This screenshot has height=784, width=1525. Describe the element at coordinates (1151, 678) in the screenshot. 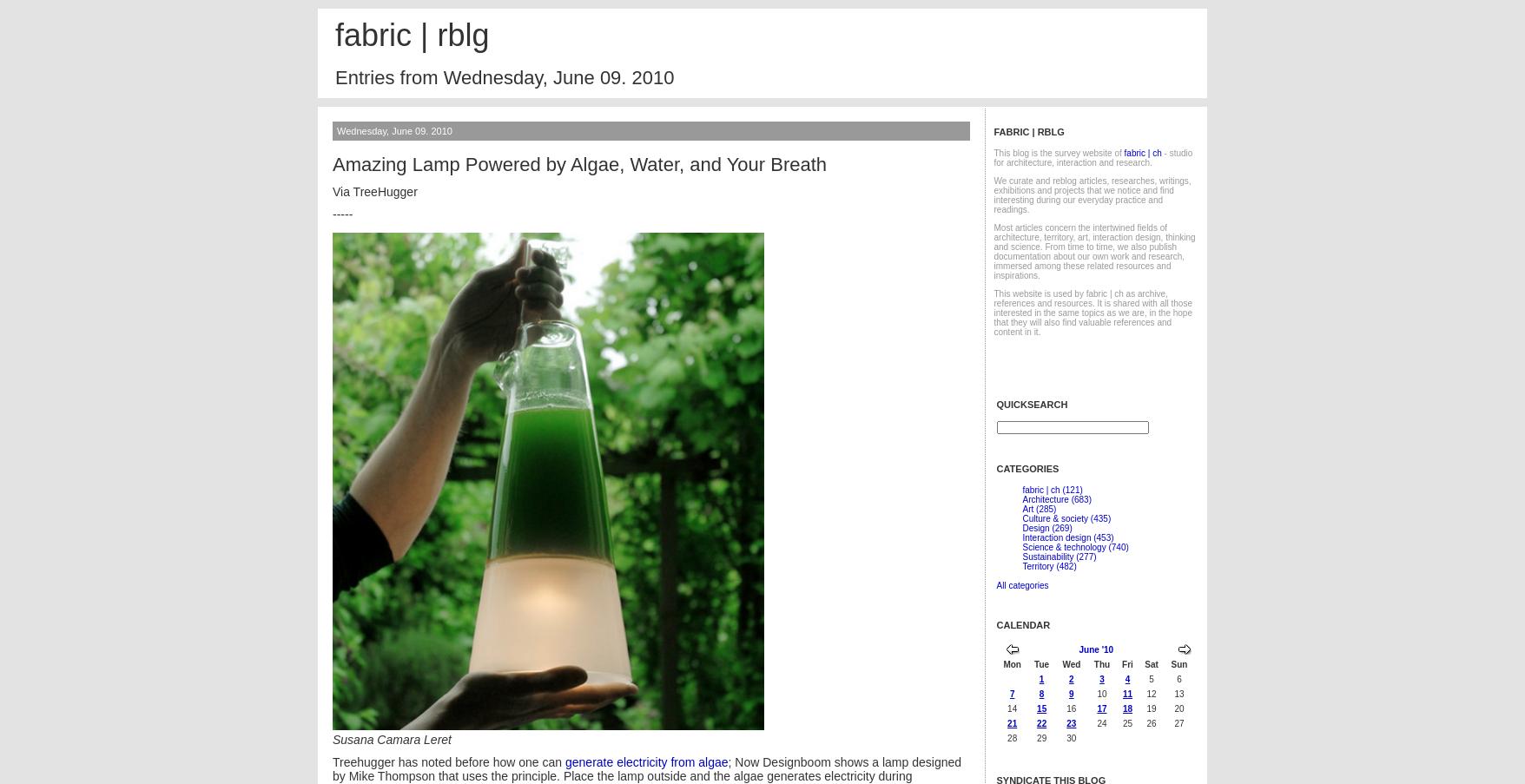

I see `'5'` at that location.